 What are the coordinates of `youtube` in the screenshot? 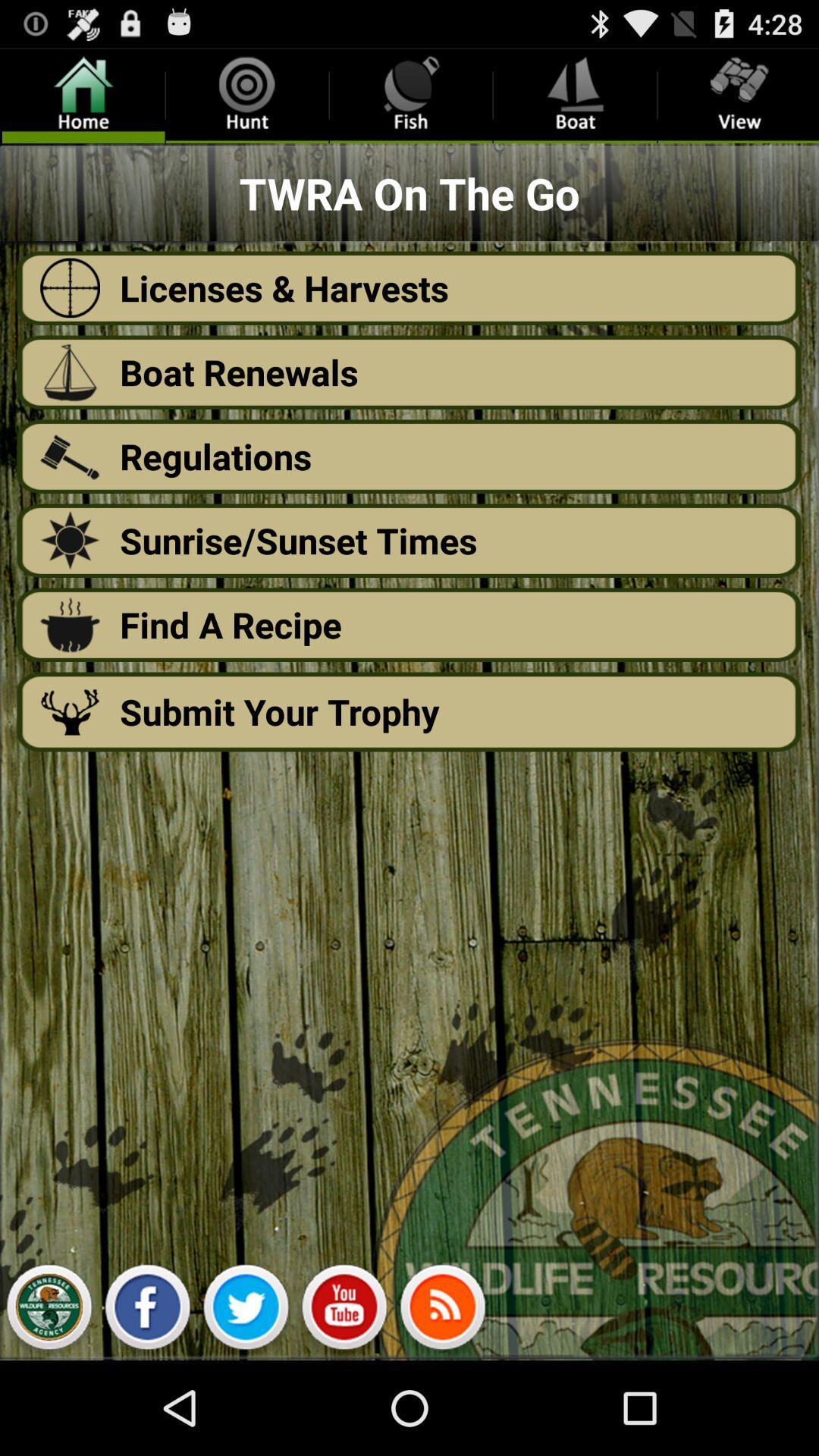 It's located at (344, 1310).